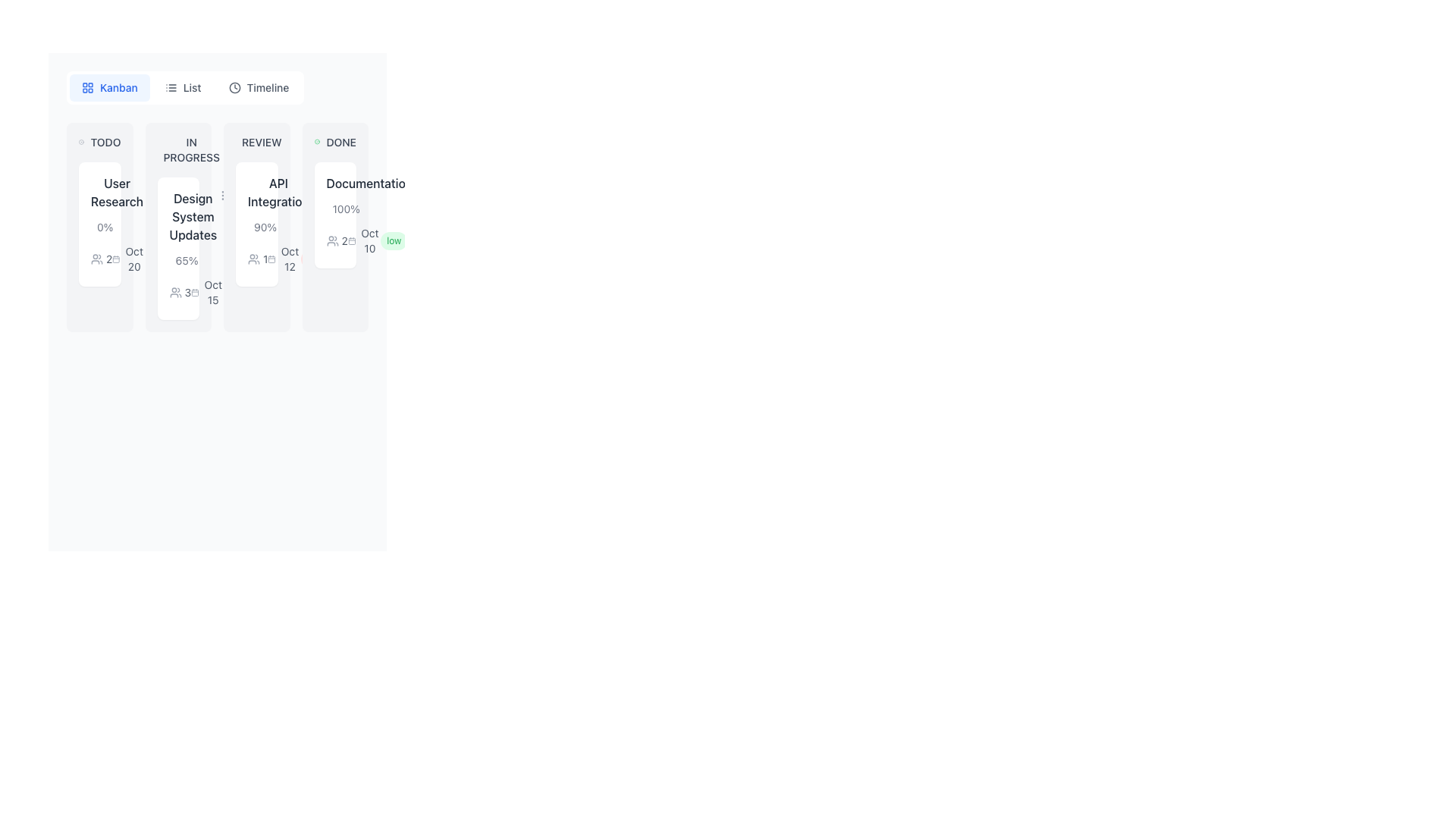  What do you see at coordinates (265, 227) in the screenshot?
I see `the text label displaying '90%' located in the 'API Integration' card within the 'REVIEW' column of the Kanban board` at bounding box center [265, 227].